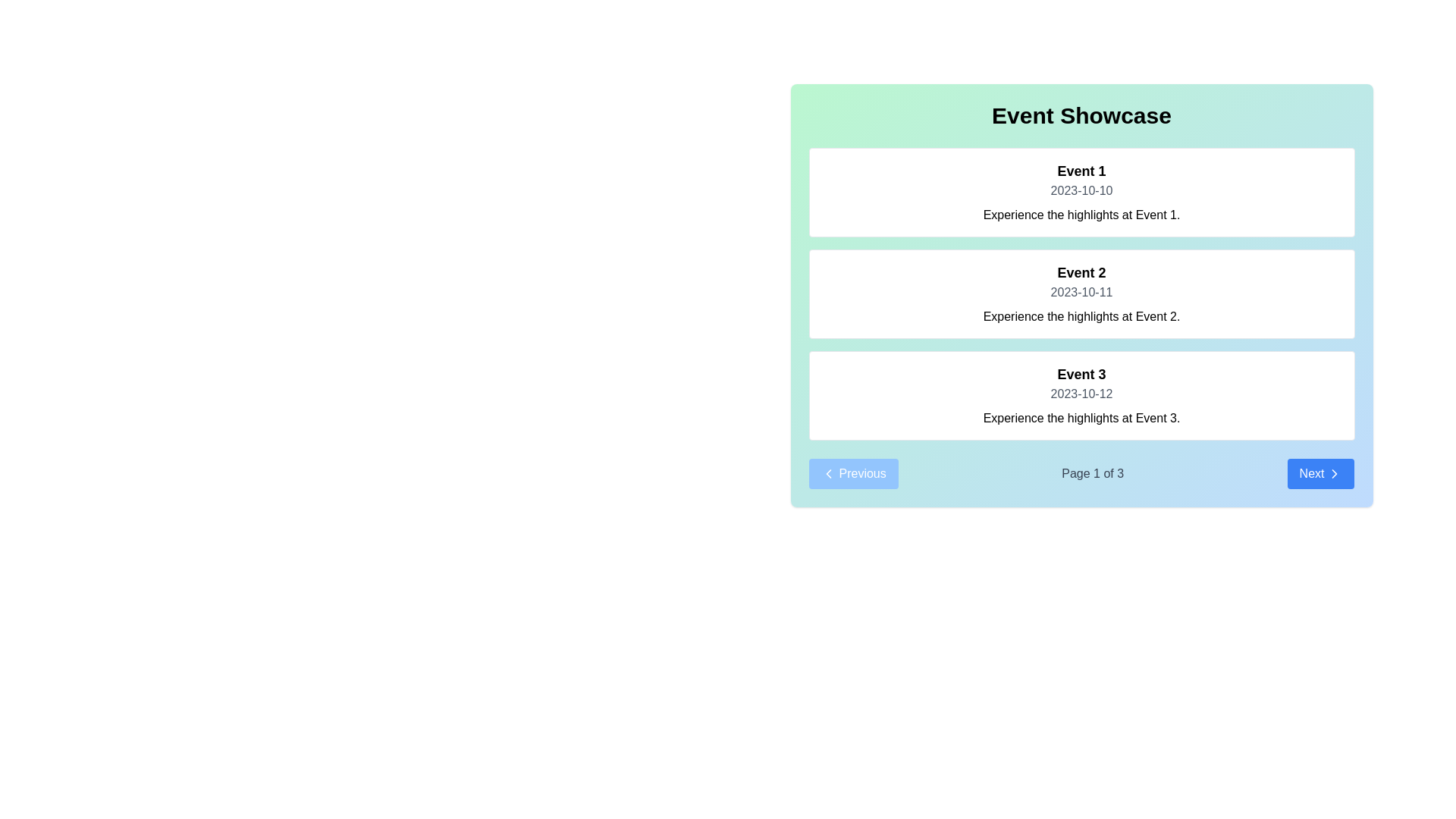 This screenshot has width=1456, height=819. Describe the element at coordinates (1081, 294) in the screenshot. I see `informational card titled 'Event 2' which contains the date '2023-10-11' and description 'Experience the highlights at Event 2.'` at that location.